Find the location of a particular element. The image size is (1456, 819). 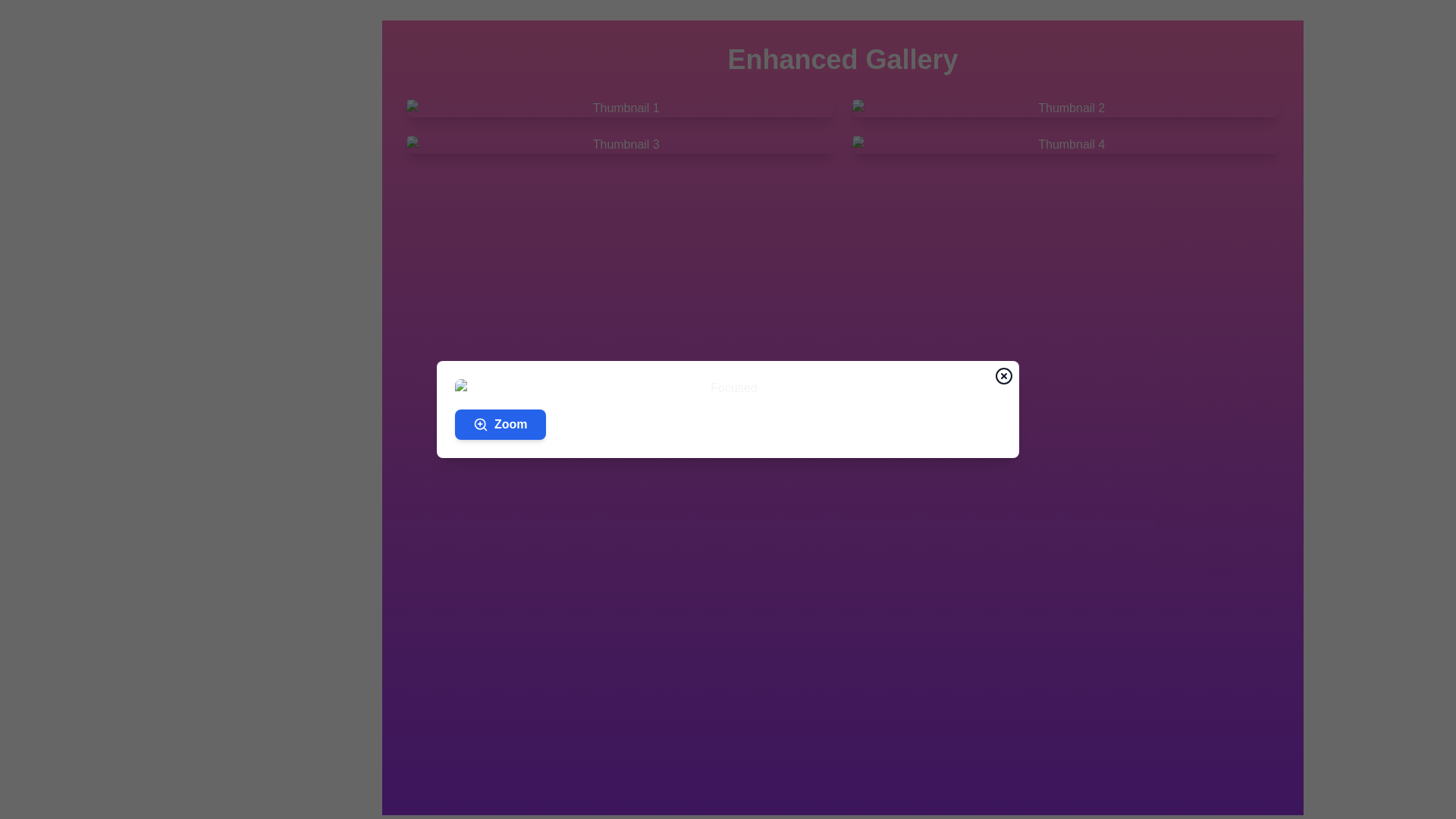

the interactive card in the first row and first column of the grid layout for accessibility navigation is located at coordinates (620, 107).